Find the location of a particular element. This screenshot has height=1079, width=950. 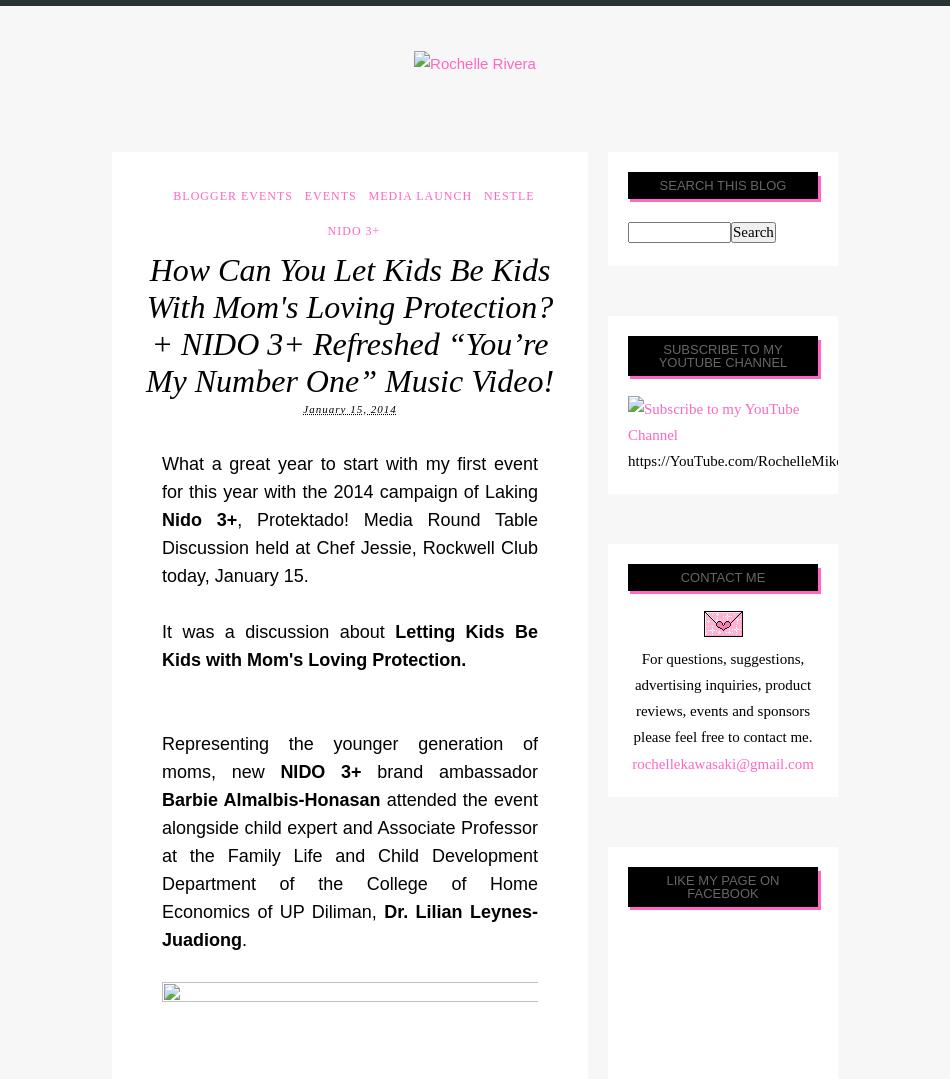

', Protektado! Media Round Table Discussion held at Chef Jessie, Rockwell Club today, January 15.' is located at coordinates (348, 546).